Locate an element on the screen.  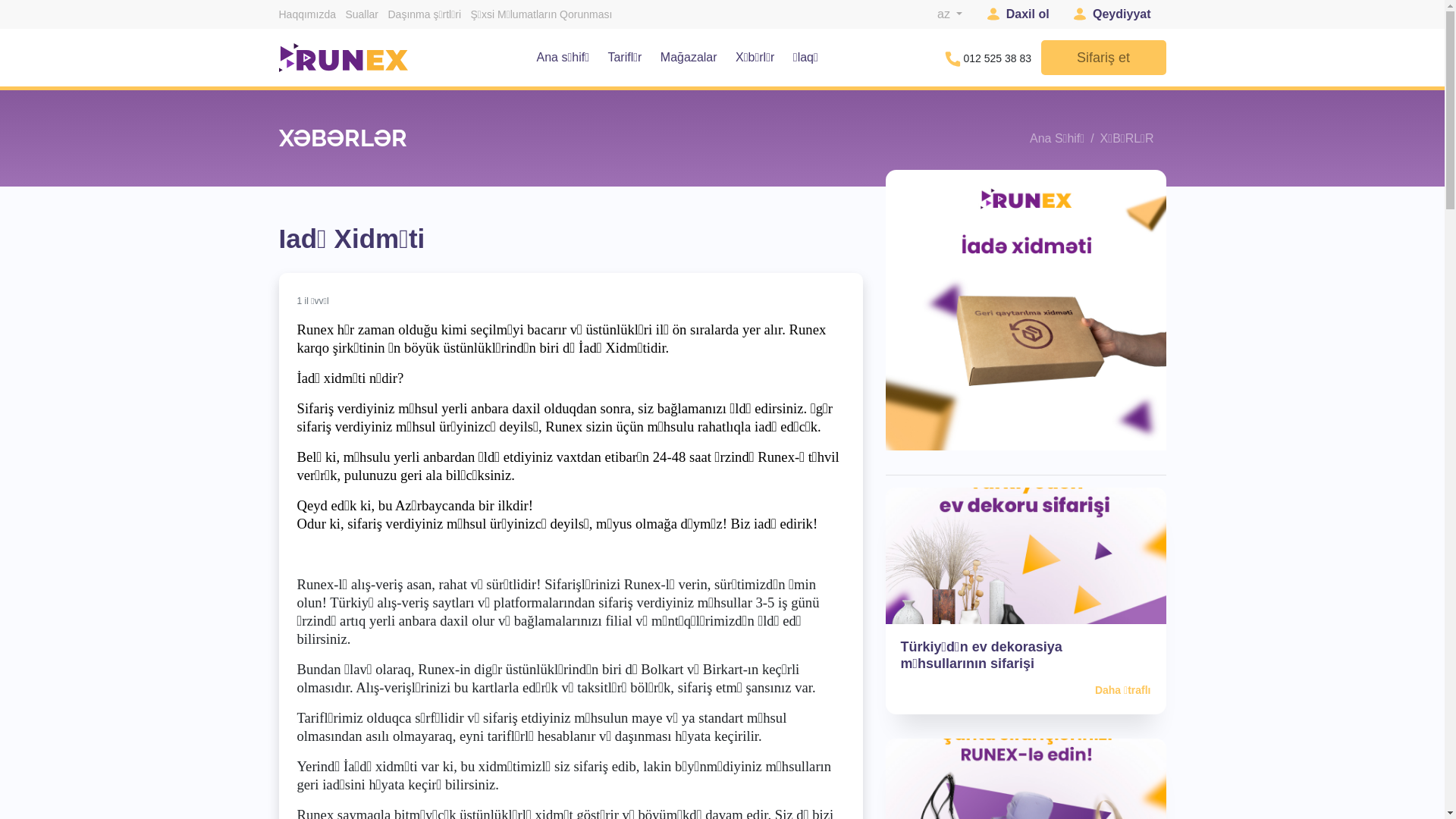
'Suallar' is located at coordinates (360, 14).